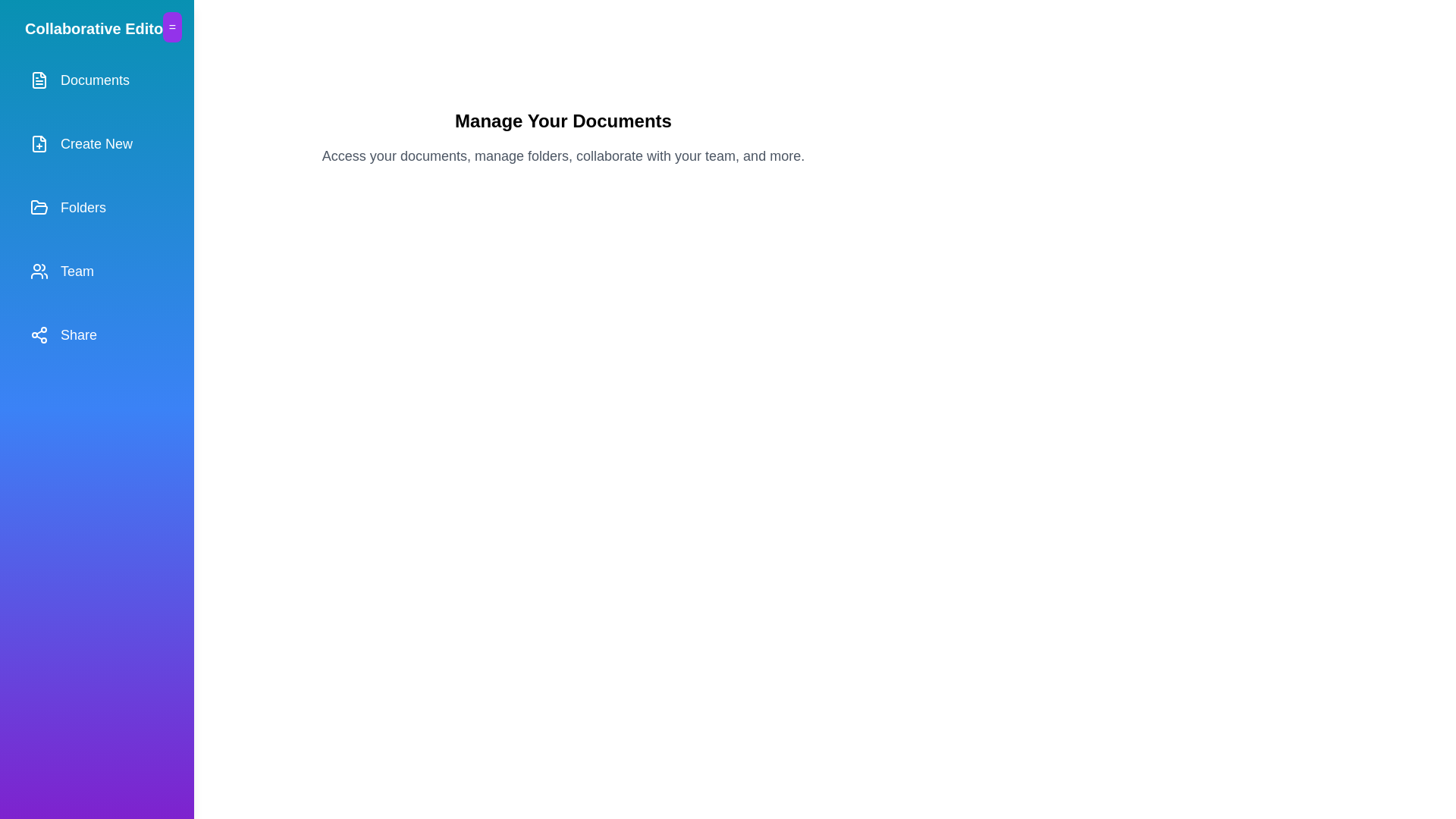 Image resolution: width=1456 pixels, height=819 pixels. I want to click on the main content area to focus or activate it, so click(563, 494).